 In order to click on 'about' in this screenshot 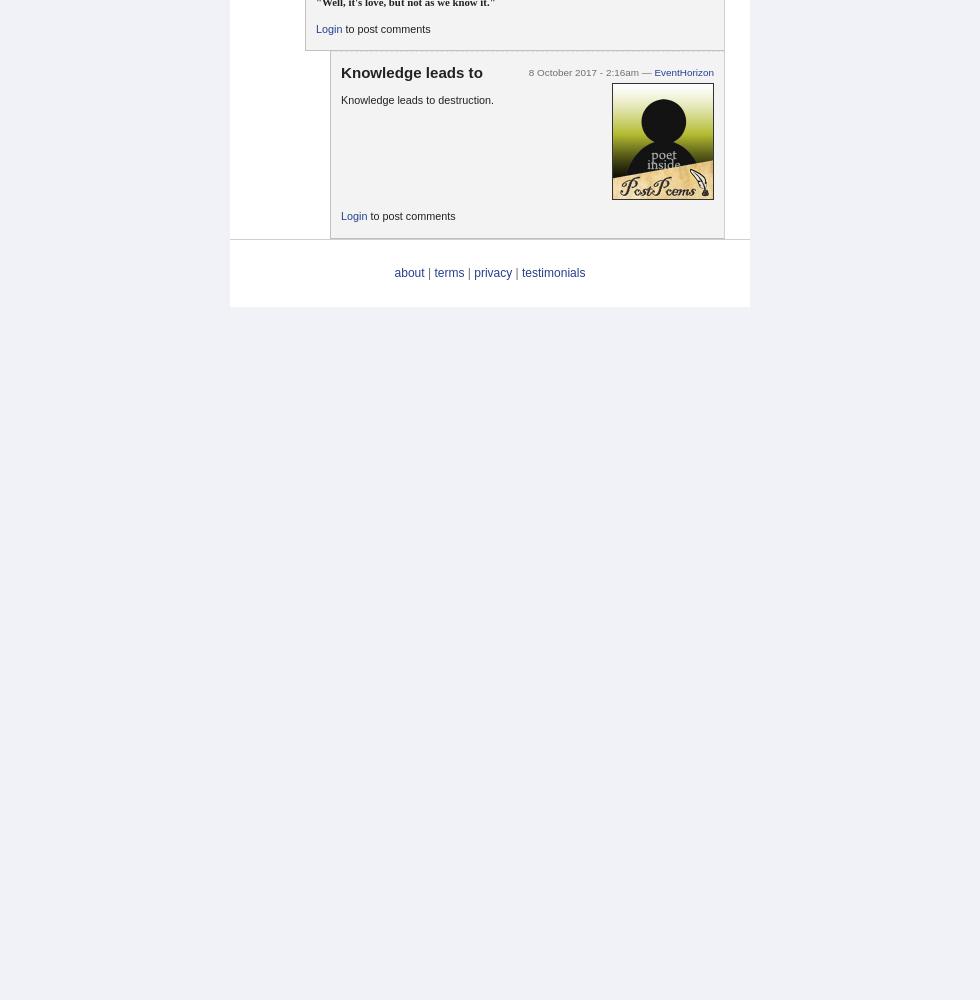, I will do `click(393, 272)`.